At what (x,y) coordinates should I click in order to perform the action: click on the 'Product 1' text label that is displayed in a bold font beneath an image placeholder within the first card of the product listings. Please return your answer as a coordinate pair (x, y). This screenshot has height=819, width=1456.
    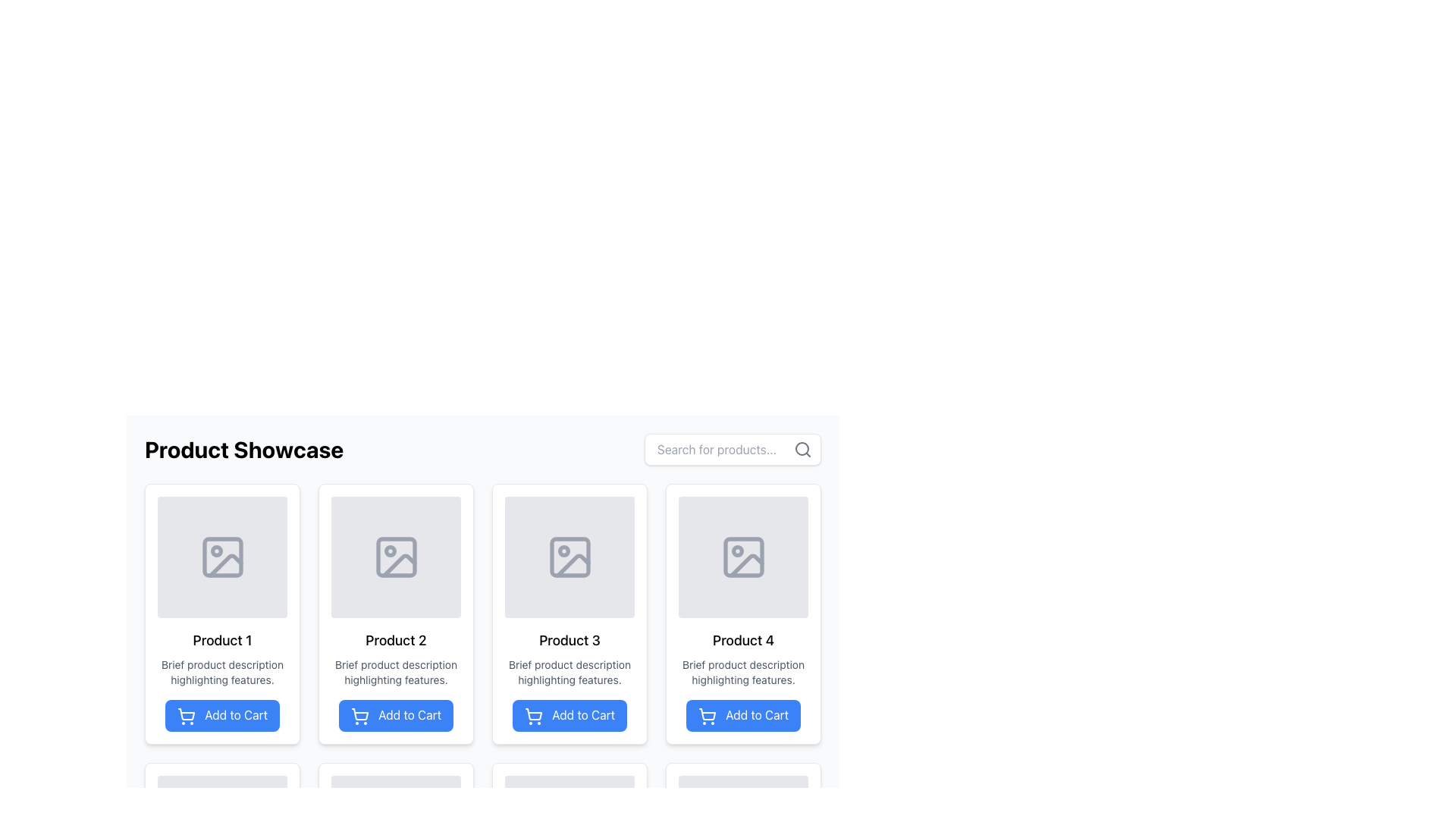
    Looking at the image, I should click on (221, 640).